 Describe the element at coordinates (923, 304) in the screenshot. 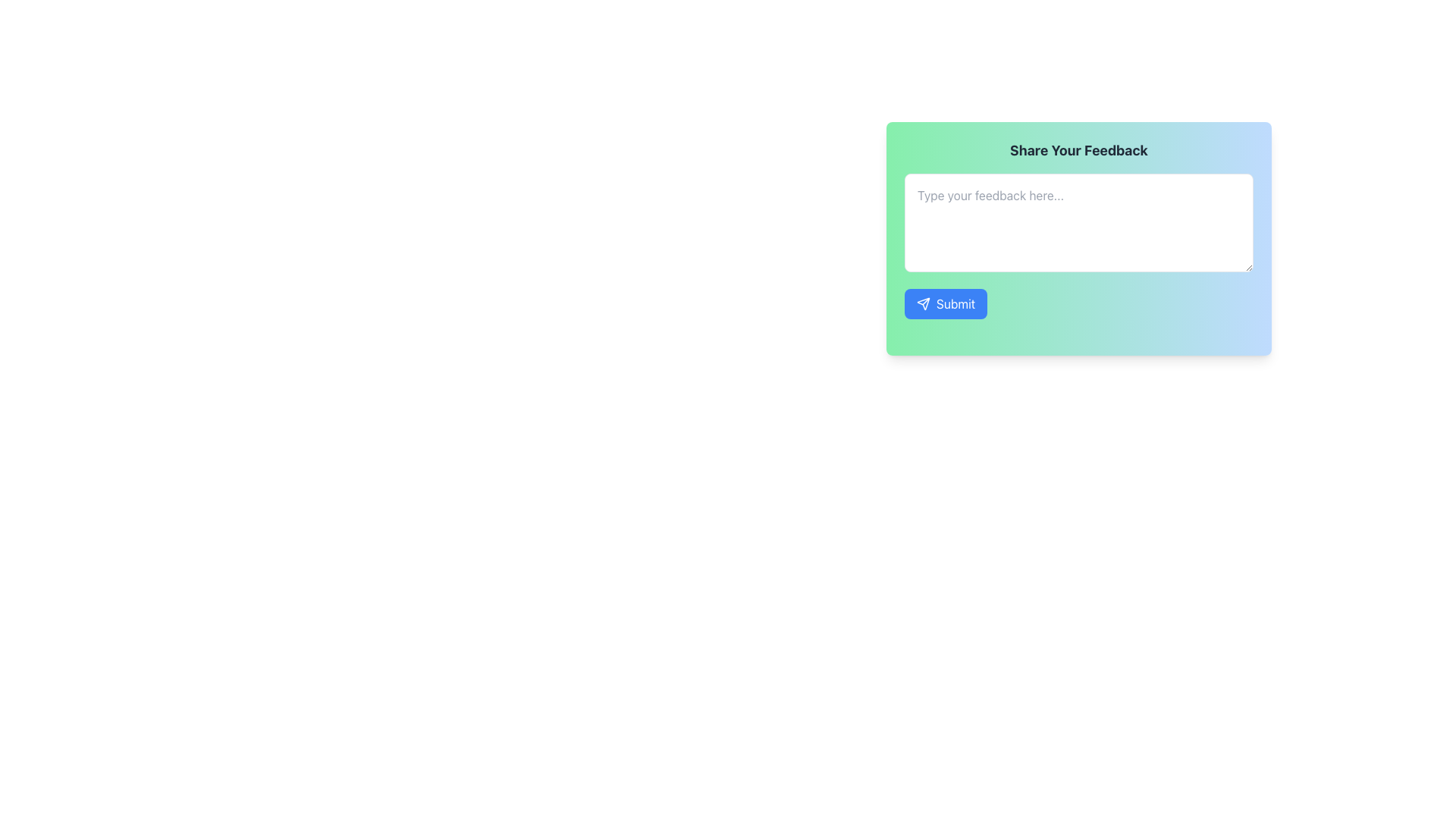

I see `the send icon located at the bottom-left corner of the feedback form, which indicates a submit action` at that location.